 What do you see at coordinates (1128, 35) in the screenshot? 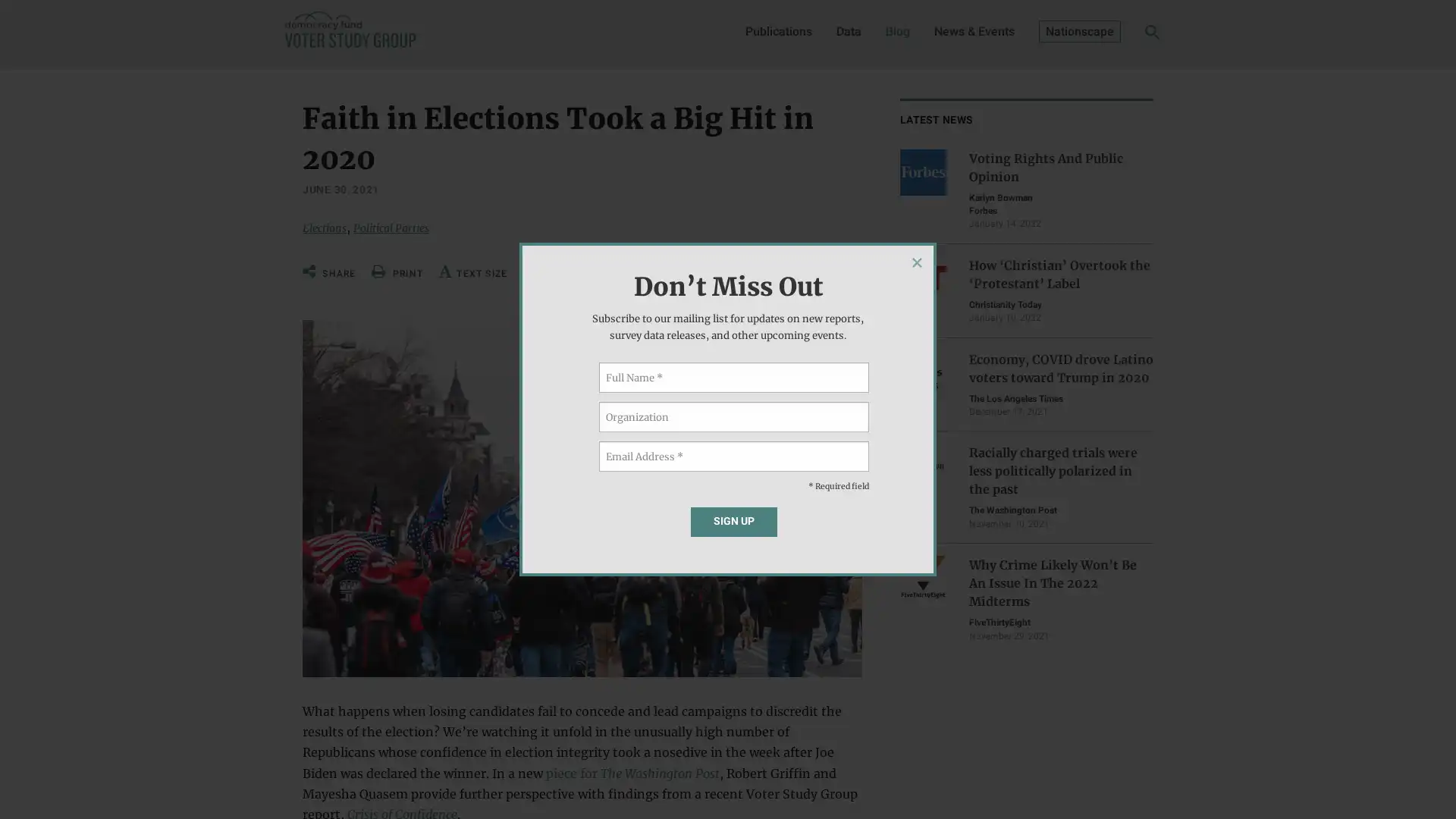
I see `SEARCH` at bounding box center [1128, 35].